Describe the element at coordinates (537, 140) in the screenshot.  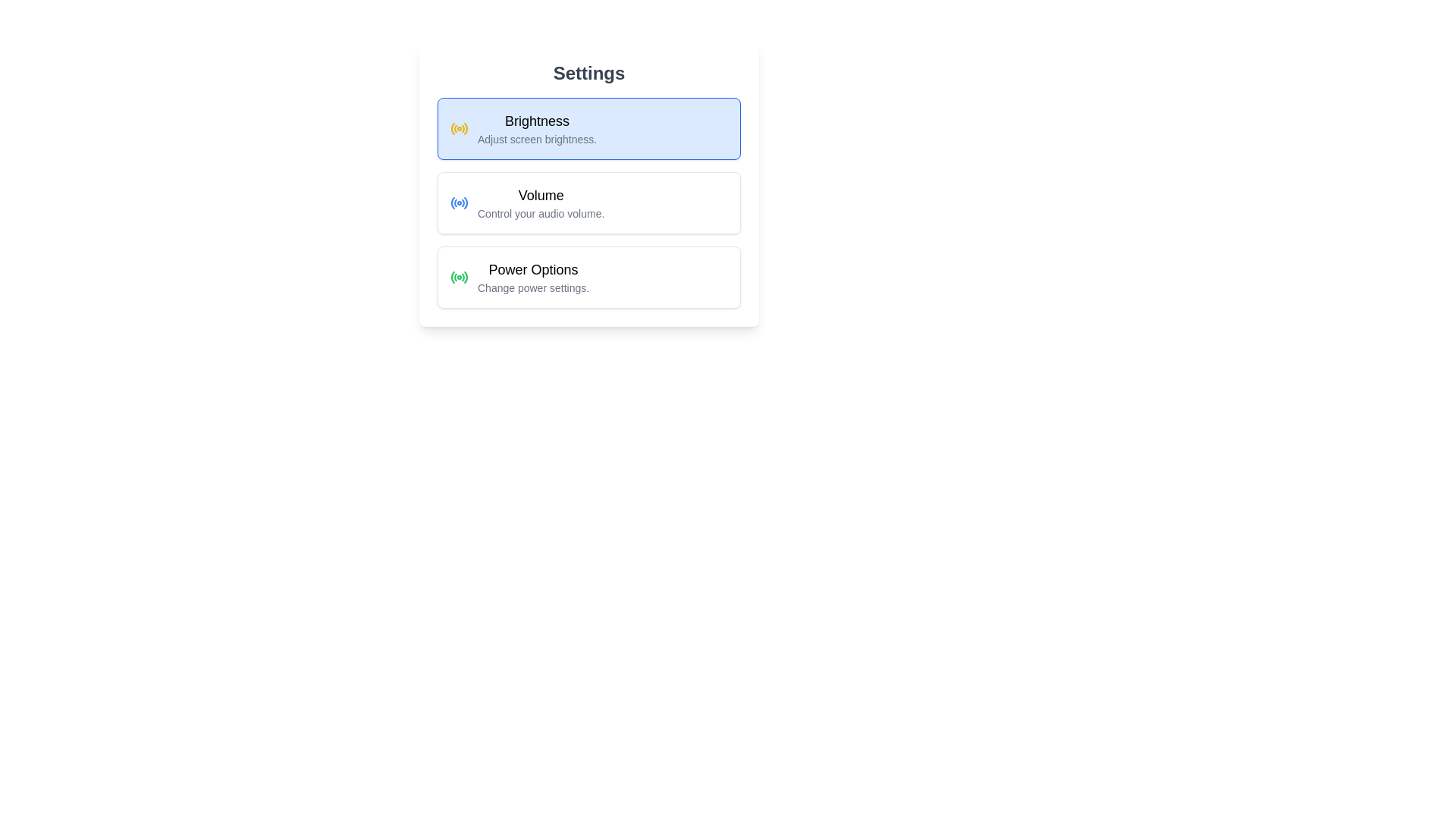
I see `the static text label that provides additional information about brightness adjustments, positioned below the 'Brightness' header in the settings categories` at that location.